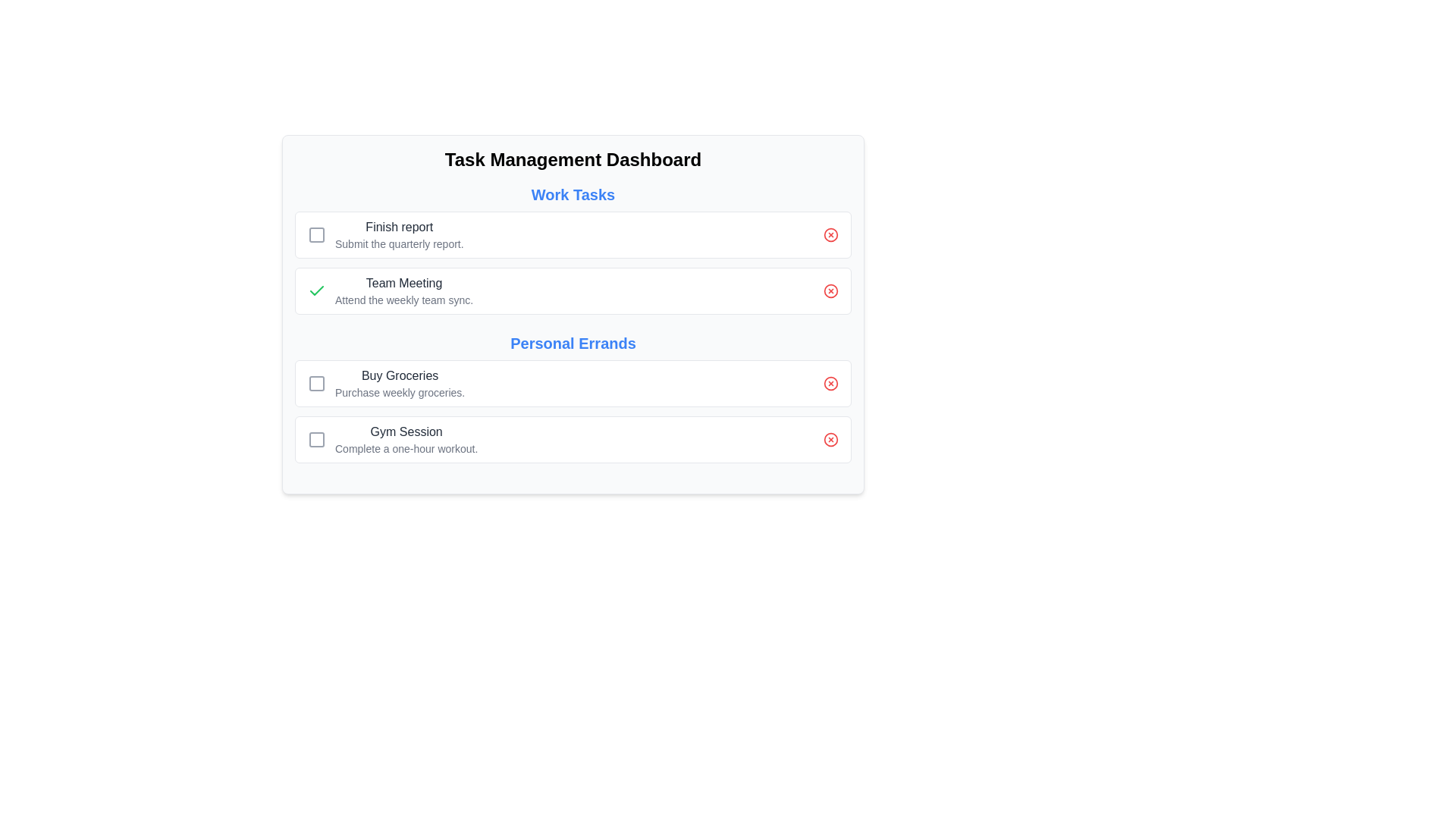 The image size is (1456, 819). Describe the element at coordinates (399, 234) in the screenshot. I see `the task display element labeled 'Finish report' which contains the text 'Submit the quarterly report.' in the Work Tasks section of the Task Management Dashboard` at that location.